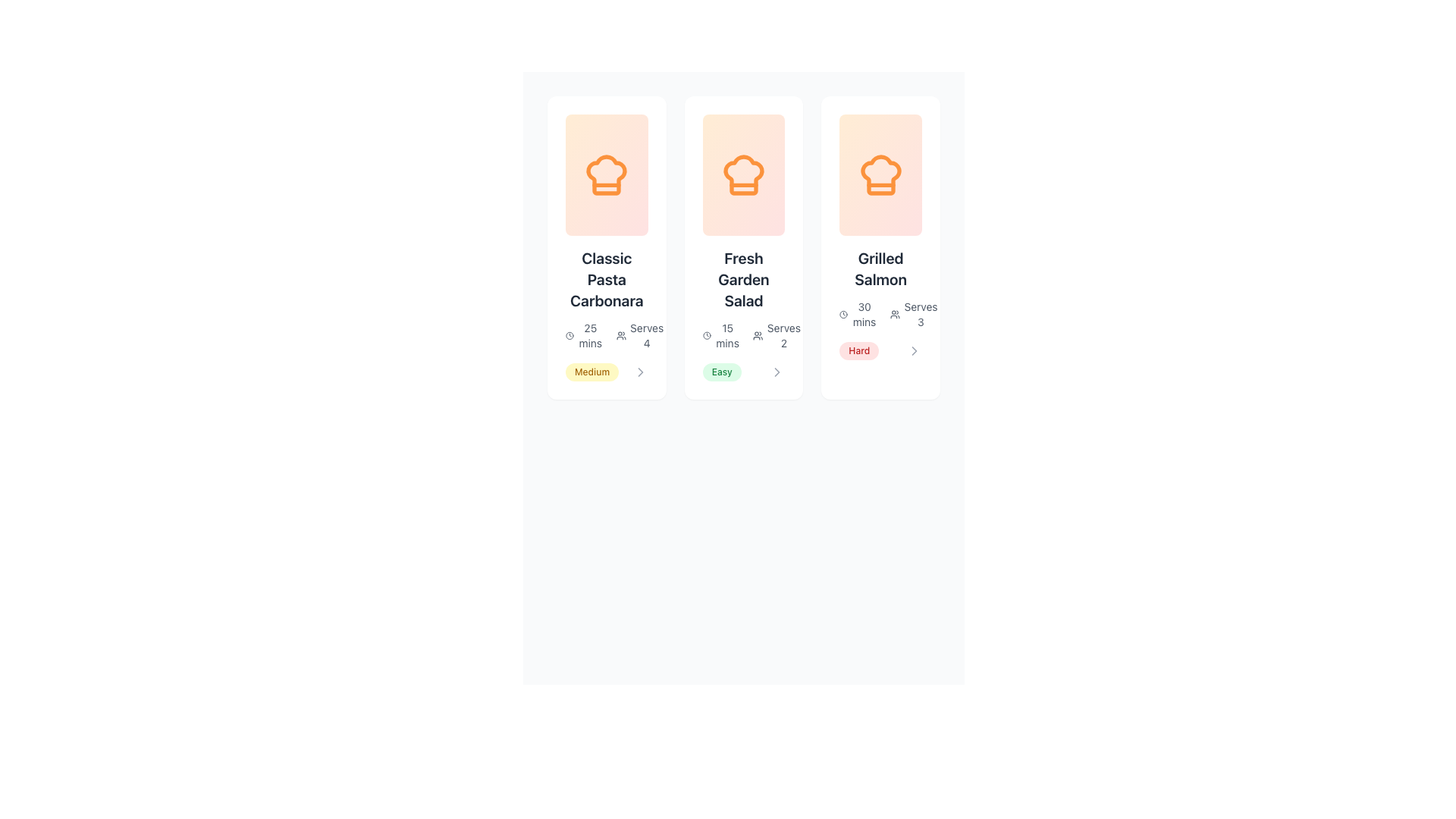 The height and width of the screenshot is (819, 1456). I want to click on the text label displaying '25 mins' under the clock icon in the 'Classic Pasta Carbonara' recipe card, so click(589, 335).